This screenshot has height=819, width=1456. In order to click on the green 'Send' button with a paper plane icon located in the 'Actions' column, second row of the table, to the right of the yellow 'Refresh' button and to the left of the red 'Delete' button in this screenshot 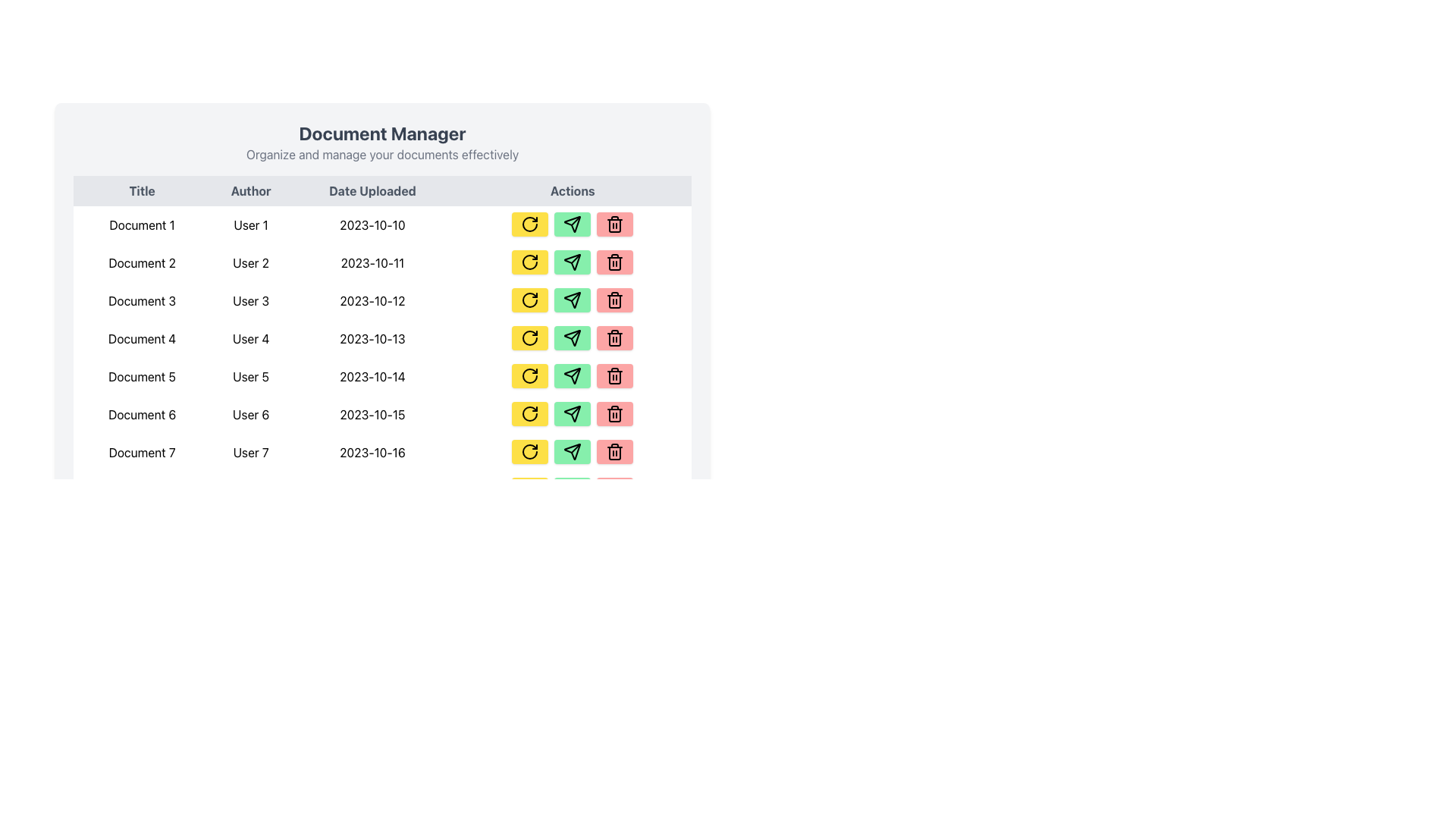, I will do `click(572, 262)`.